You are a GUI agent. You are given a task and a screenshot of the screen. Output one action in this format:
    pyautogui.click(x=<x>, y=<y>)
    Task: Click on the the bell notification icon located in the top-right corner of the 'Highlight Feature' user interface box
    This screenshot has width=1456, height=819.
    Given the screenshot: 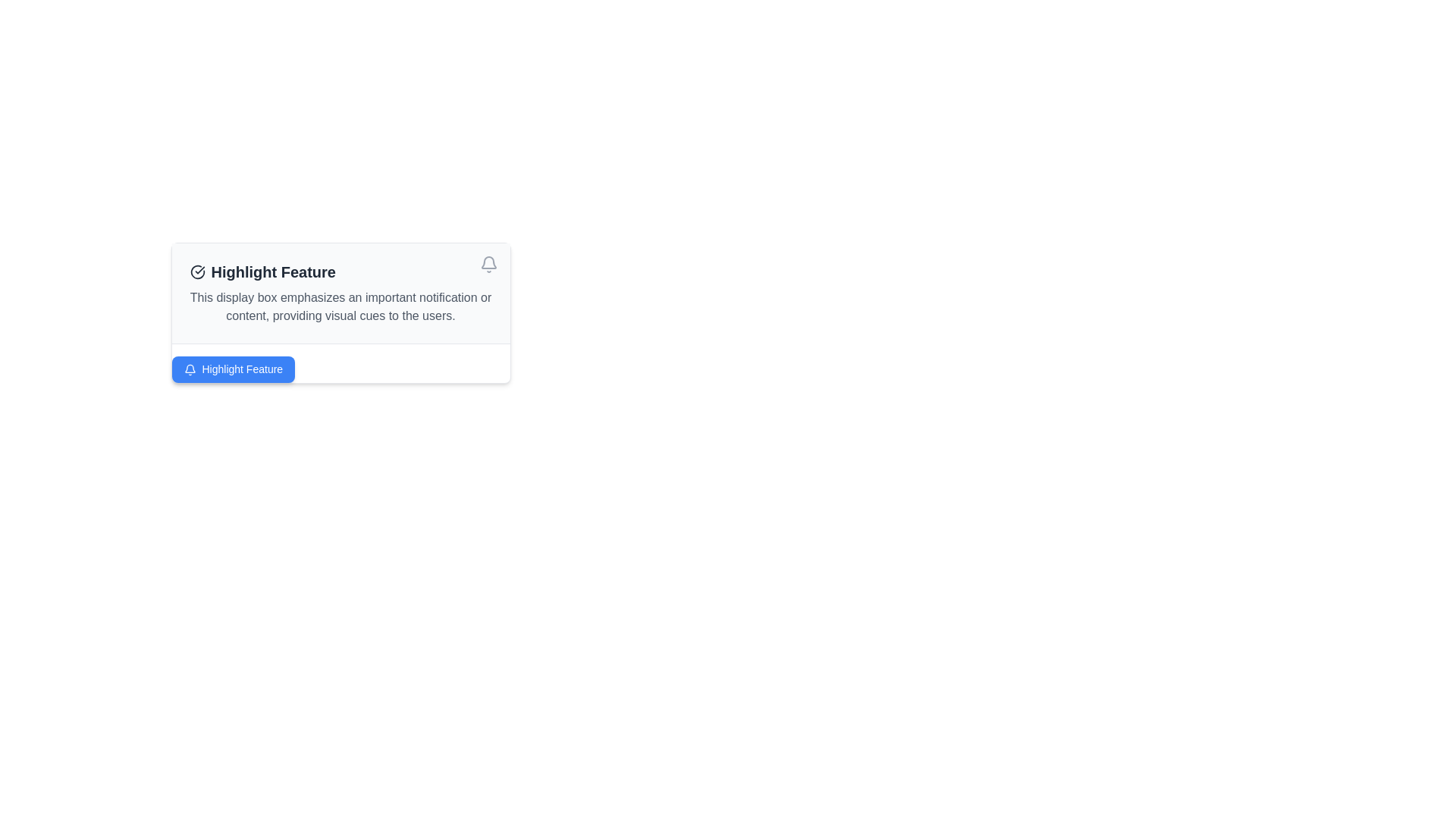 What is the action you would take?
    pyautogui.click(x=488, y=262)
    